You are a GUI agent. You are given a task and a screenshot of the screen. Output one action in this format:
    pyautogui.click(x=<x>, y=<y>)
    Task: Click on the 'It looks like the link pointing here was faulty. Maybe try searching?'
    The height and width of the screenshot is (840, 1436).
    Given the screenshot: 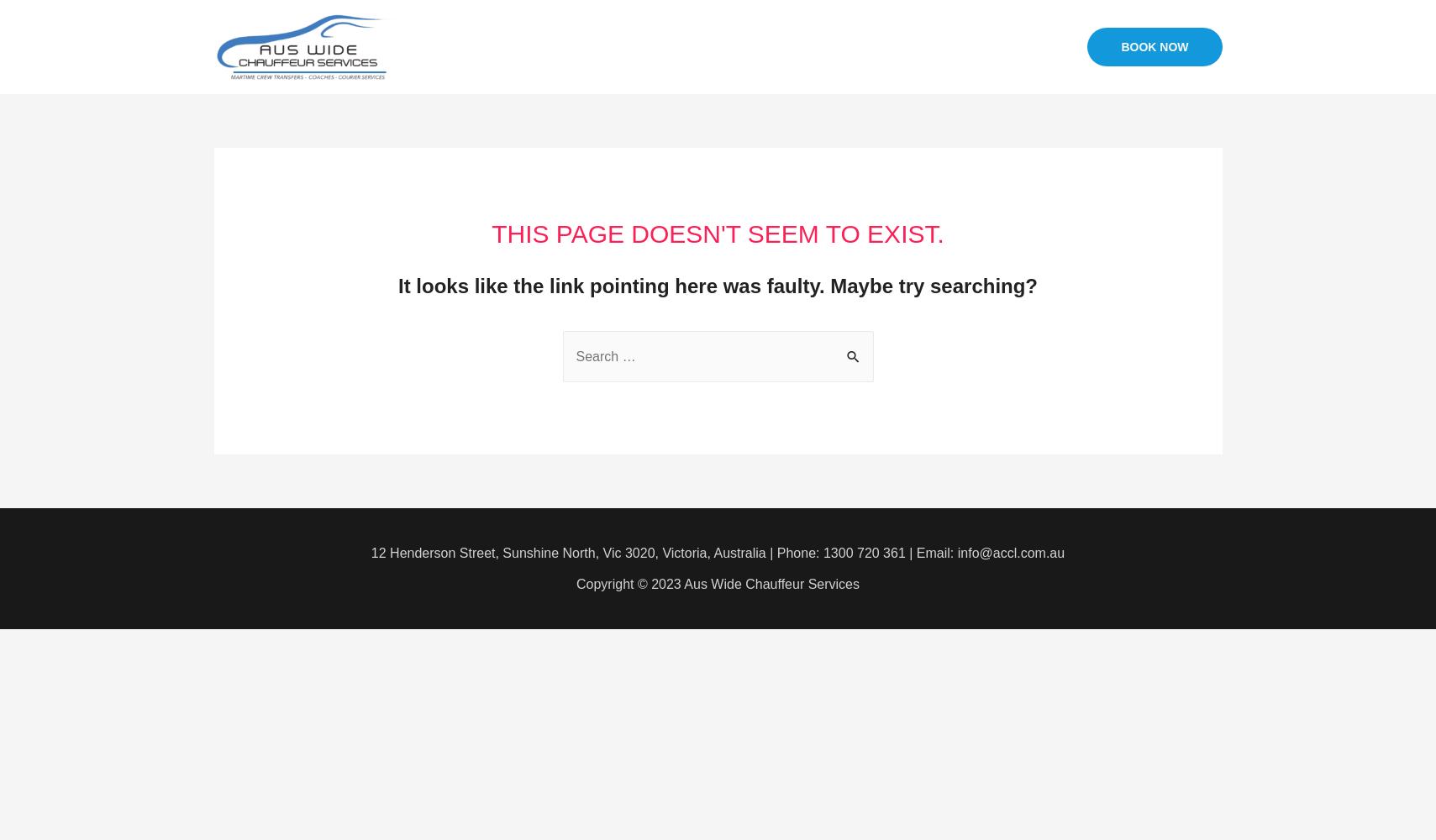 What is the action you would take?
    pyautogui.click(x=716, y=285)
    